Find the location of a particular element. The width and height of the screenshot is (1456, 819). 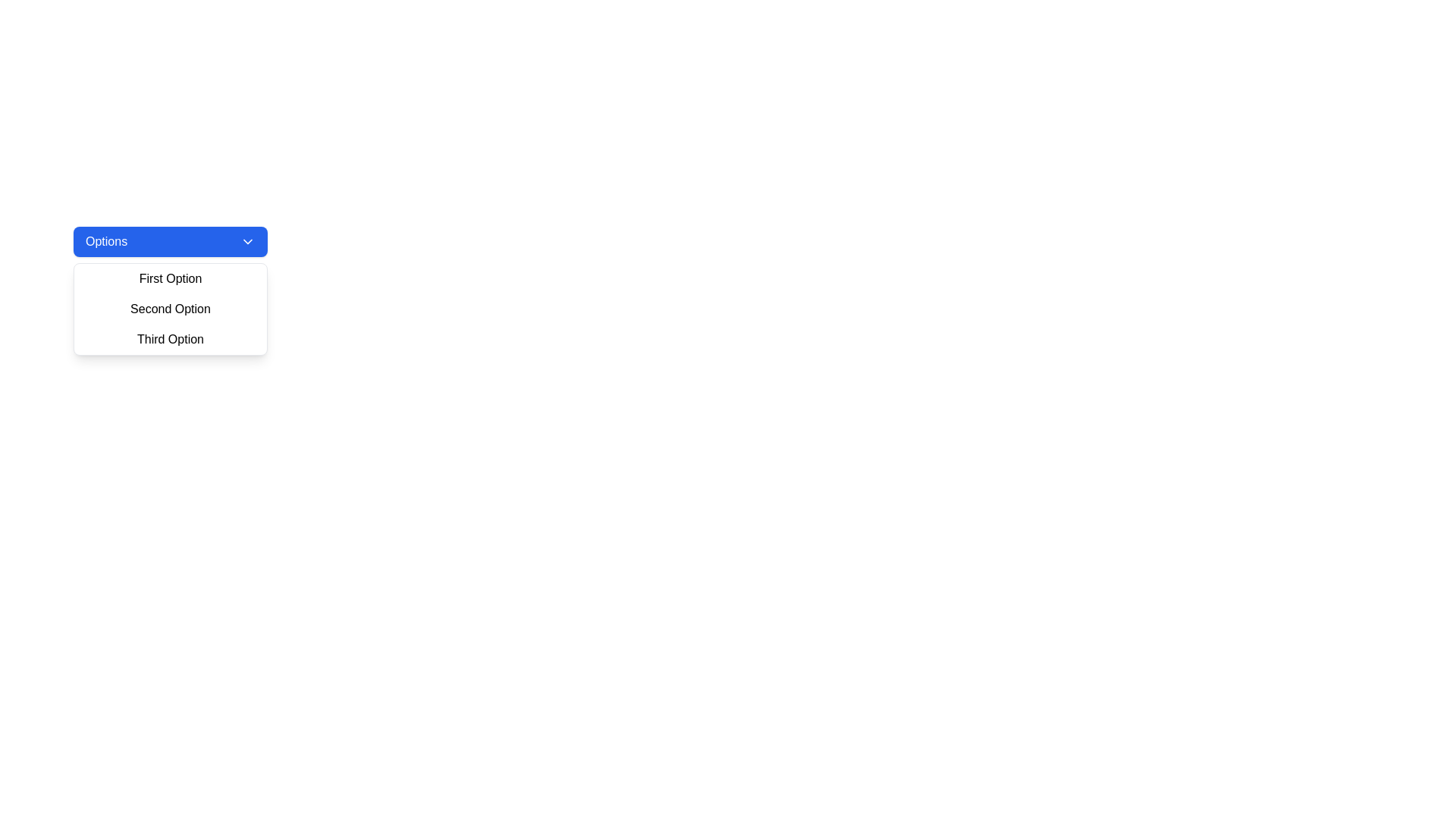

the 'Third Option' item in the dropdown menu is located at coordinates (171, 338).